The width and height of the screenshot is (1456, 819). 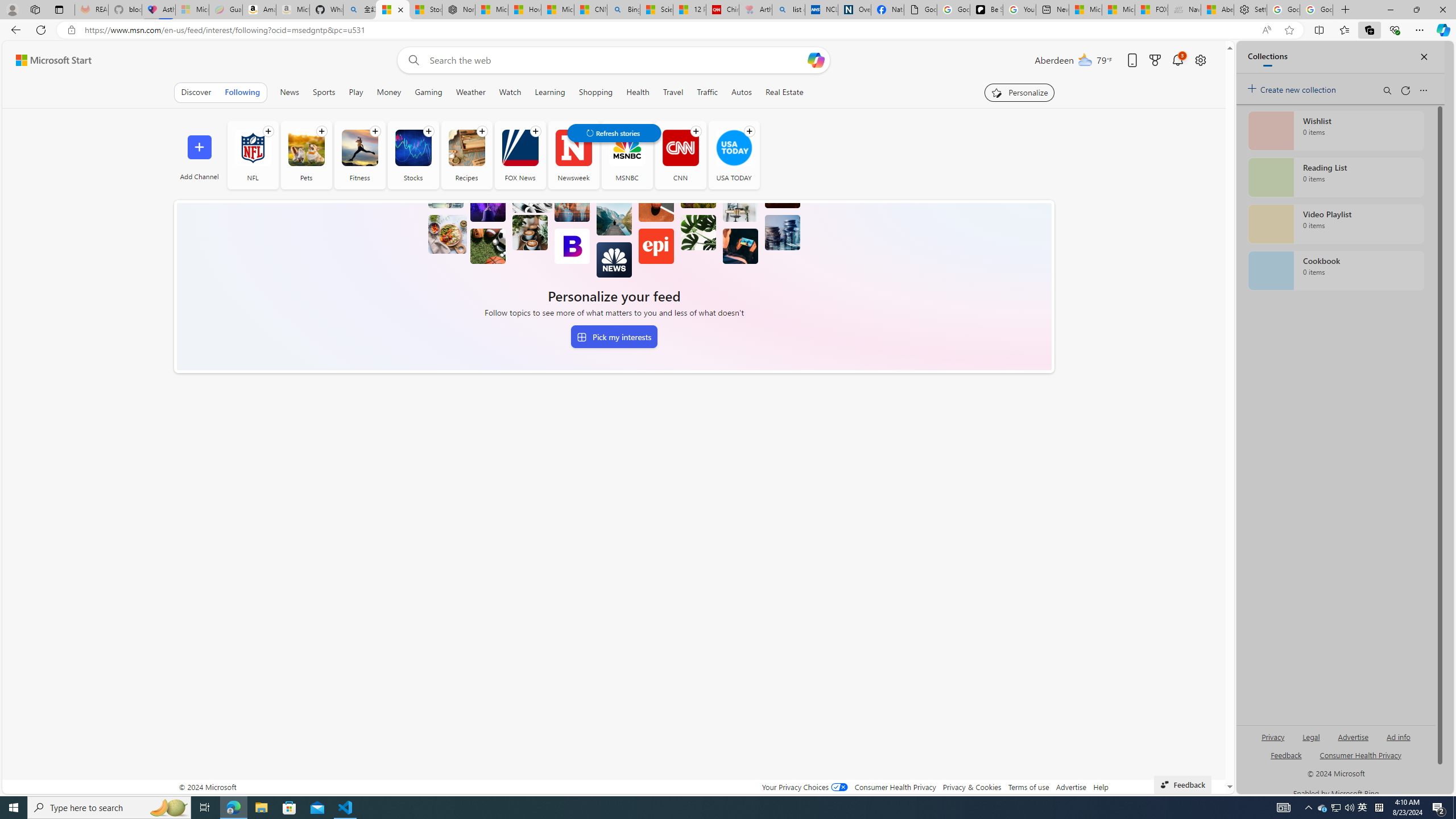 What do you see at coordinates (355, 92) in the screenshot?
I see `'Play'` at bounding box center [355, 92].